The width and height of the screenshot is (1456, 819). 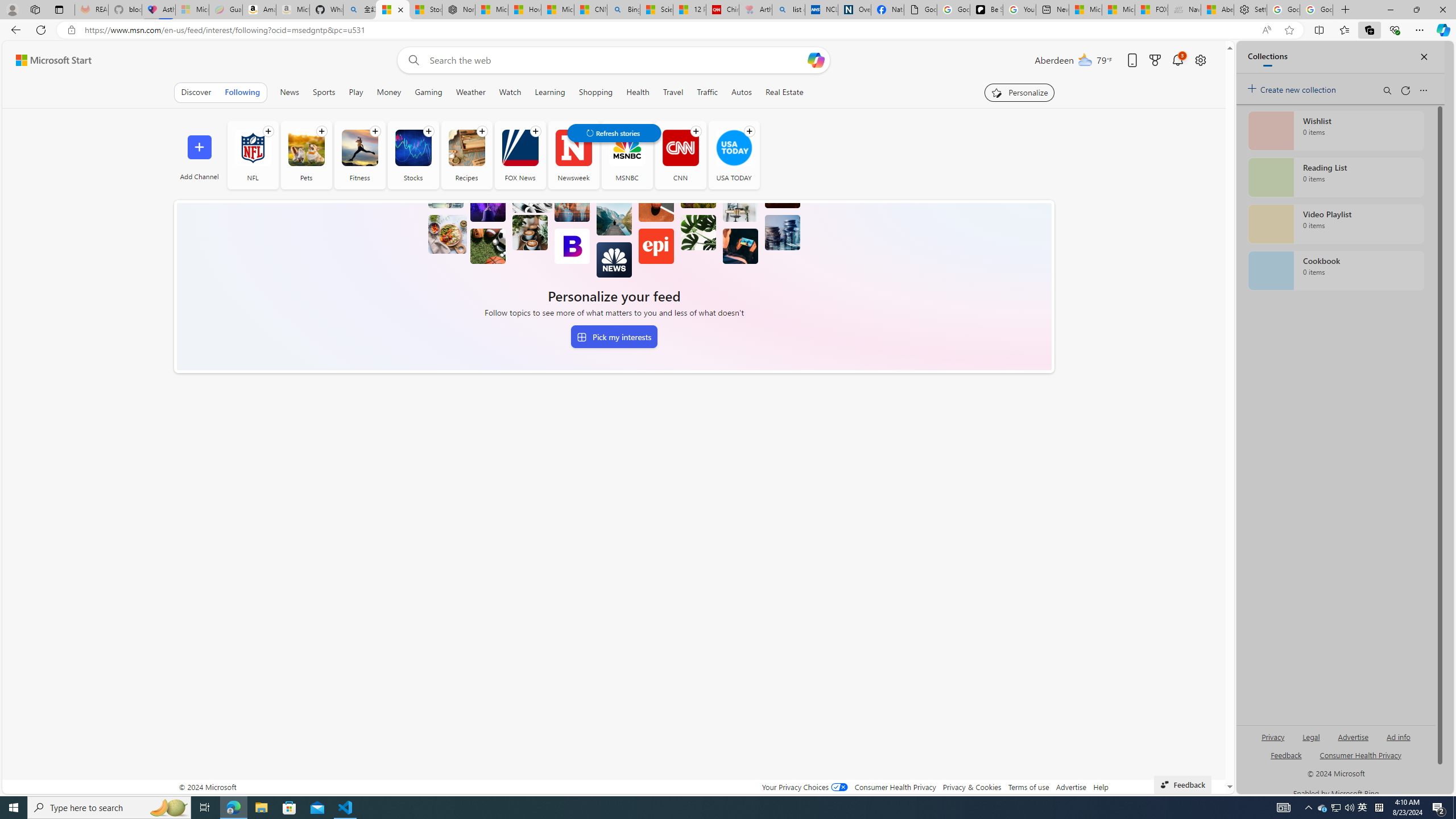 What do you see at coordinates (355, 92) in the screenshot?
I see `'Play'` at bounding box center [355, 92].